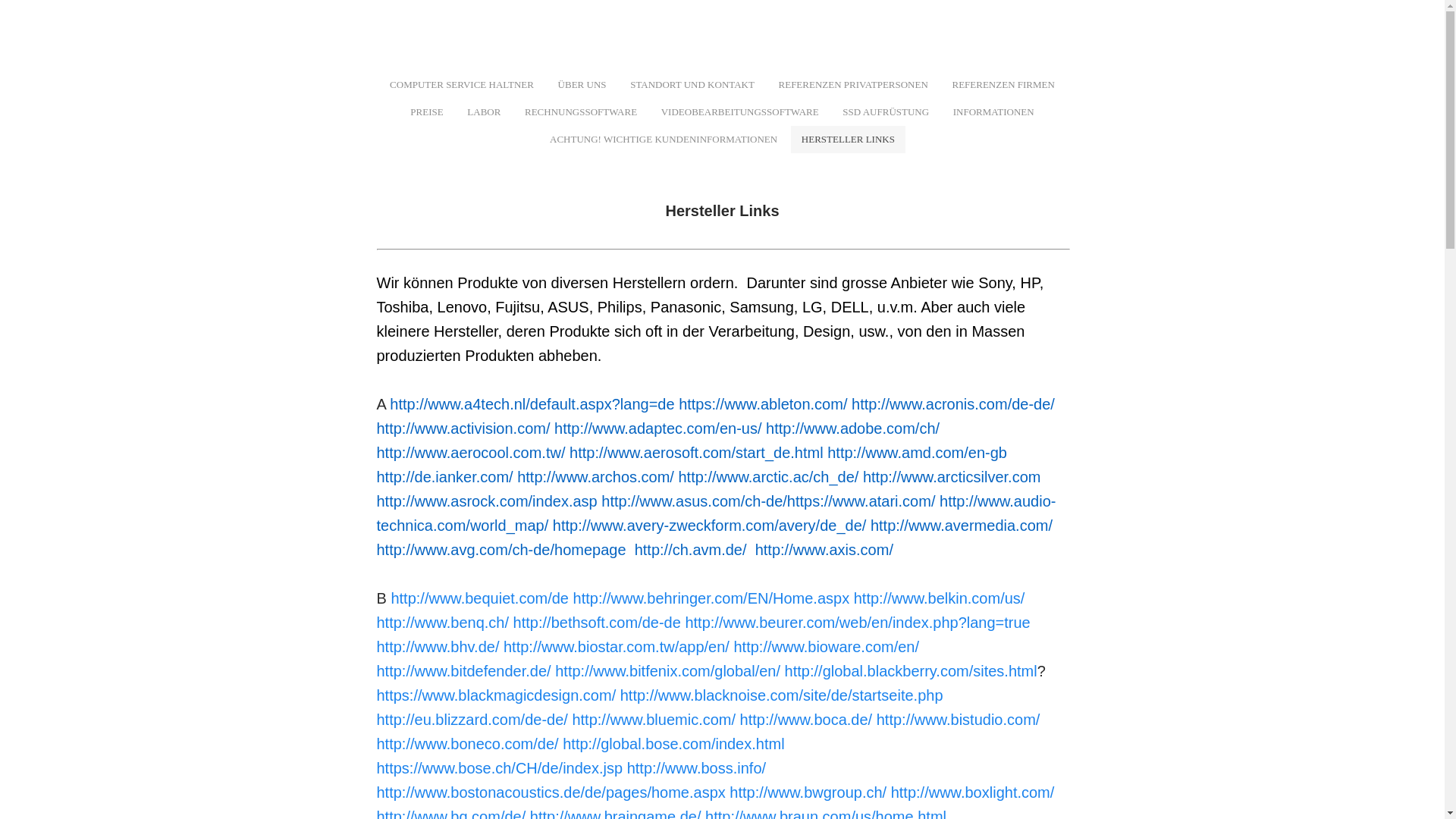 The height and width of the screenshot is (819, 1456). I want to click on 'http://bethsoft.com/de-de', so click(596, 623).